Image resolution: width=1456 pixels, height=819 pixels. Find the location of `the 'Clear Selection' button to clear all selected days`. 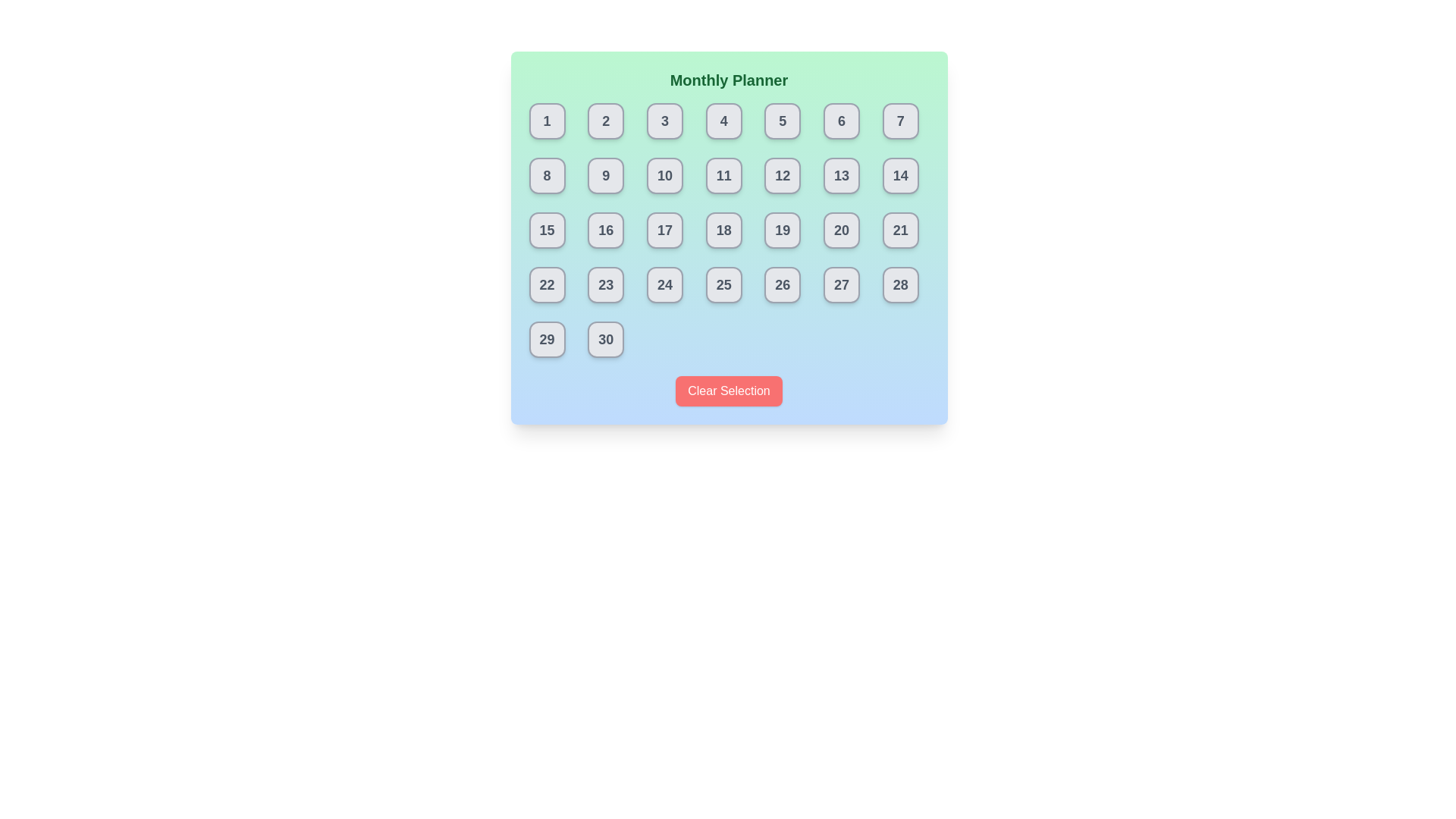

the 'Clear Selection' button to clear all selected days is located at coordinates (729, 391).